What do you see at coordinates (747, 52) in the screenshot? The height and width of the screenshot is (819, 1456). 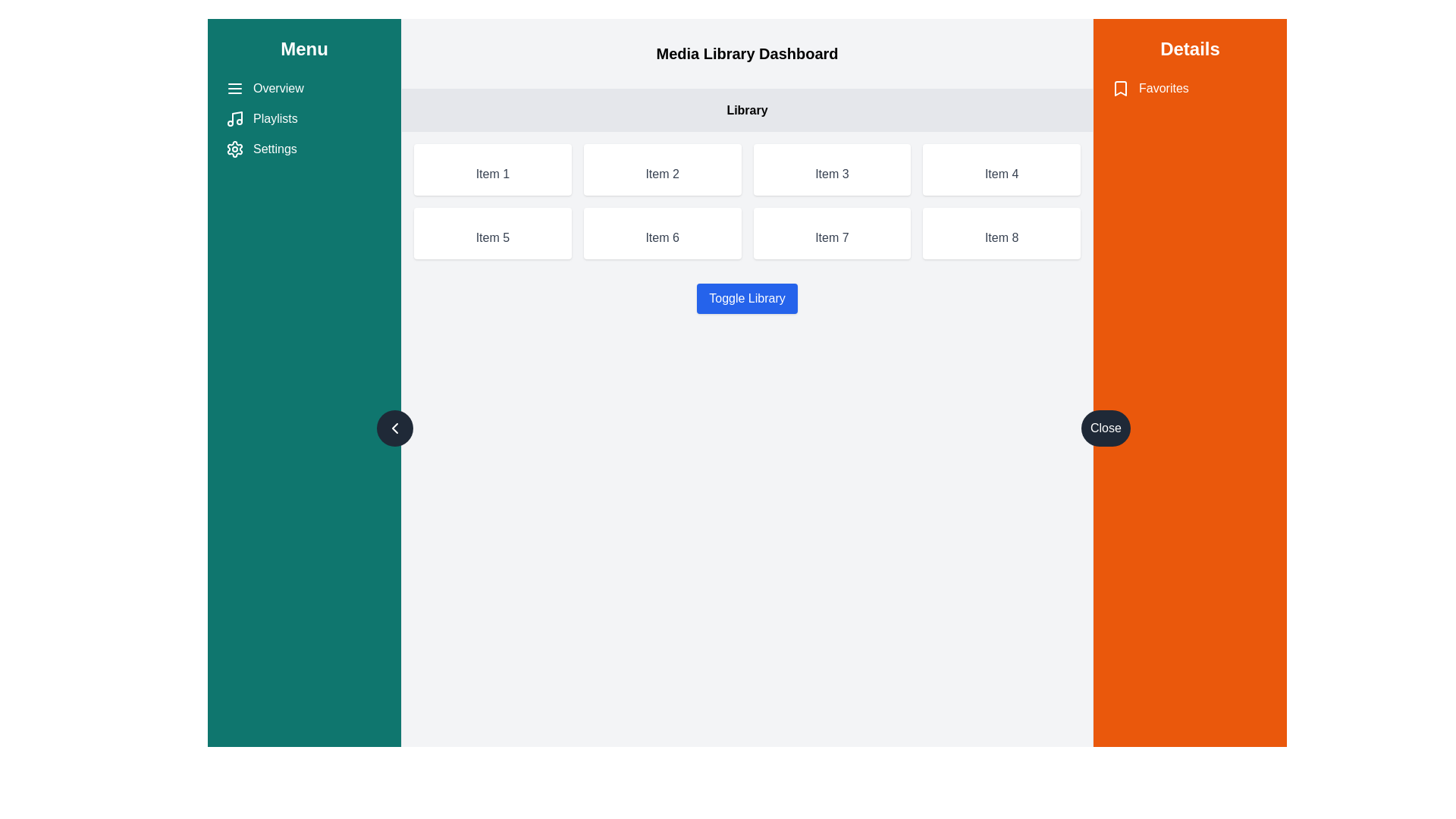 I see `the static text header located at the top-center of the main content area, which introduces the main content and is positioned above the 'Library' section` at bounding box center [747, 52].